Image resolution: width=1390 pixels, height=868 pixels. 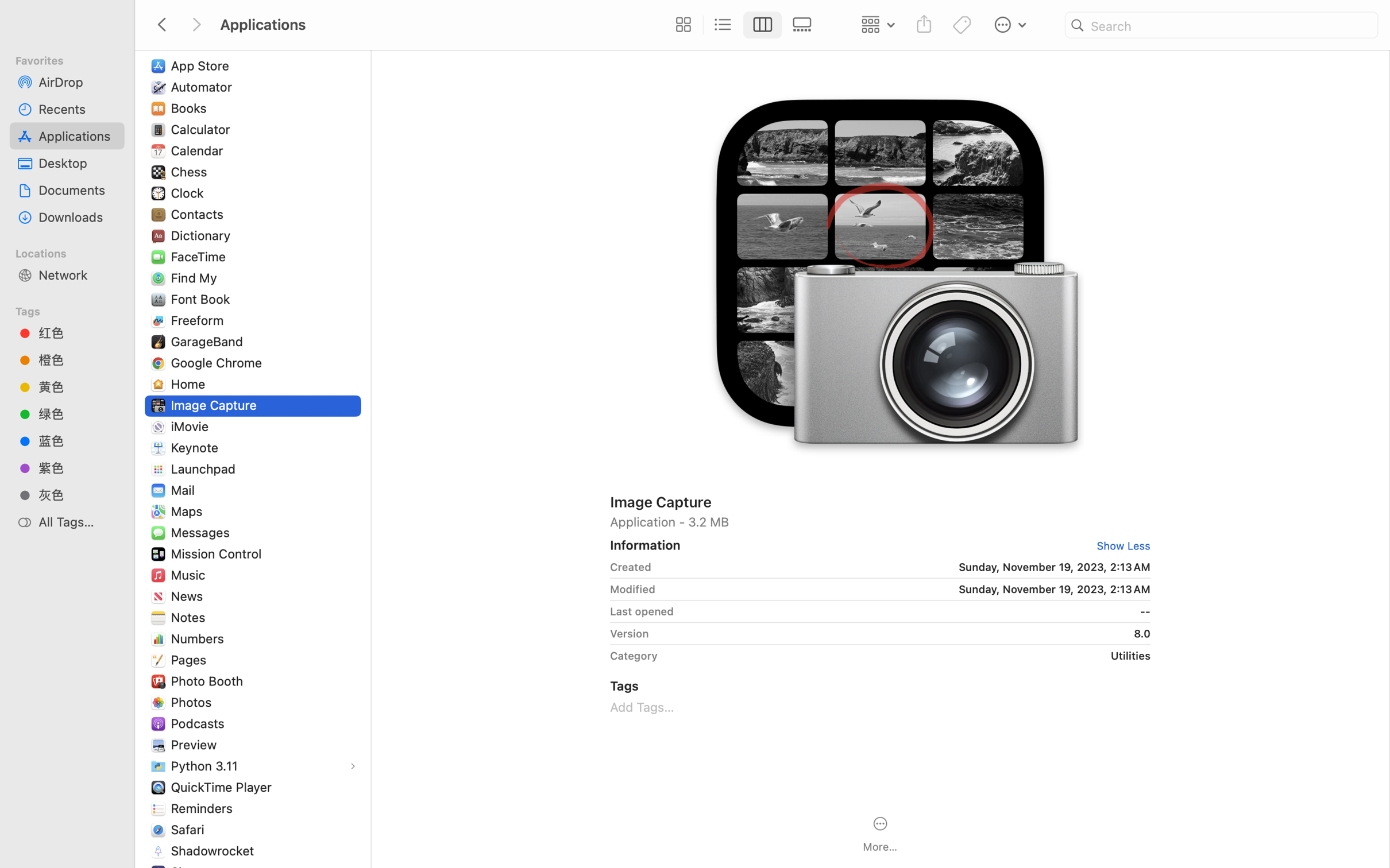 What do you see at coordinates (645, 544) in the screenshot?
I see `'Information'` at bounding box center [645, 544].